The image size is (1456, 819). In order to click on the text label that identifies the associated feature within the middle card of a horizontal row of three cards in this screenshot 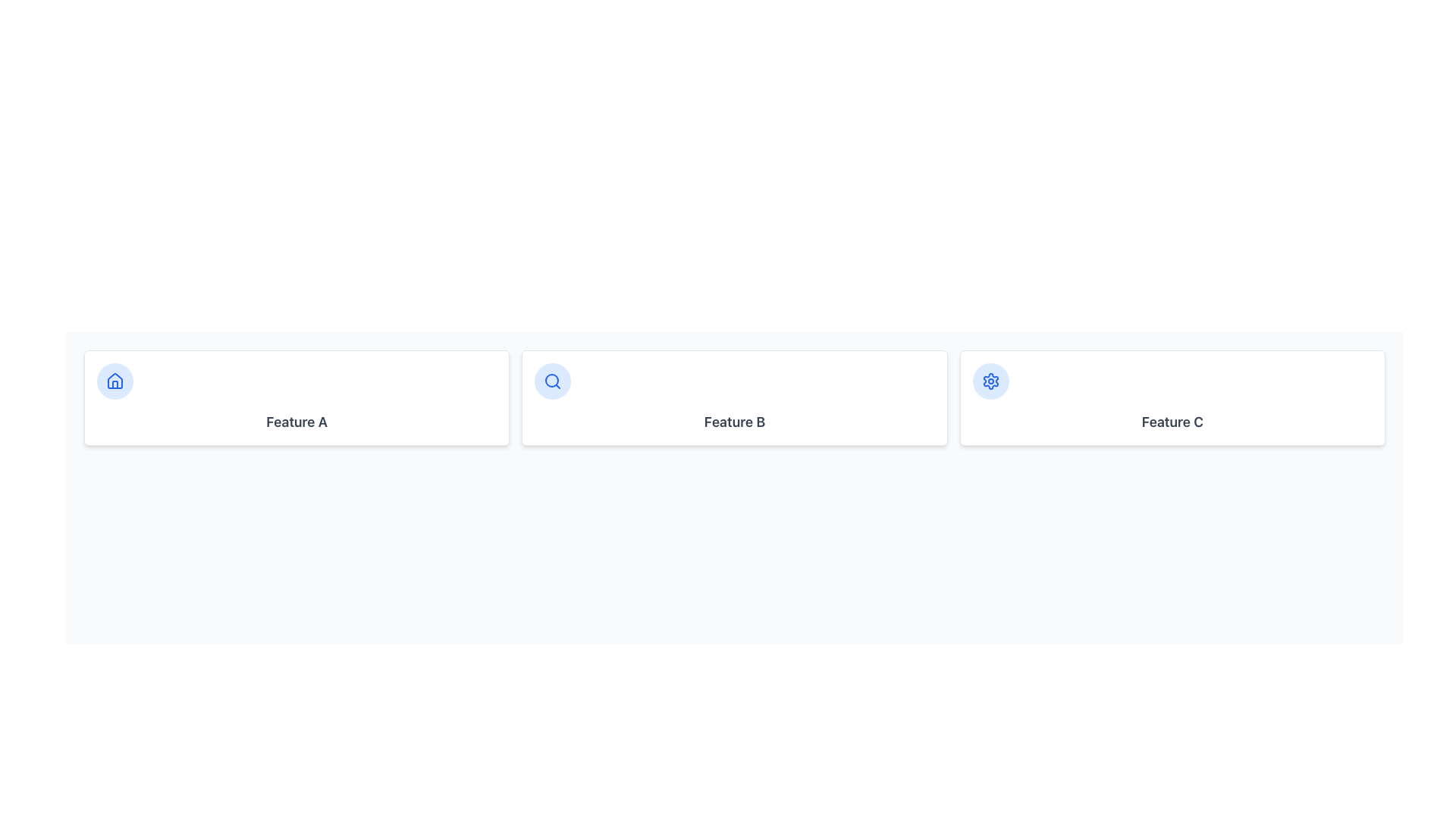, I will do `click(735, 422)`.